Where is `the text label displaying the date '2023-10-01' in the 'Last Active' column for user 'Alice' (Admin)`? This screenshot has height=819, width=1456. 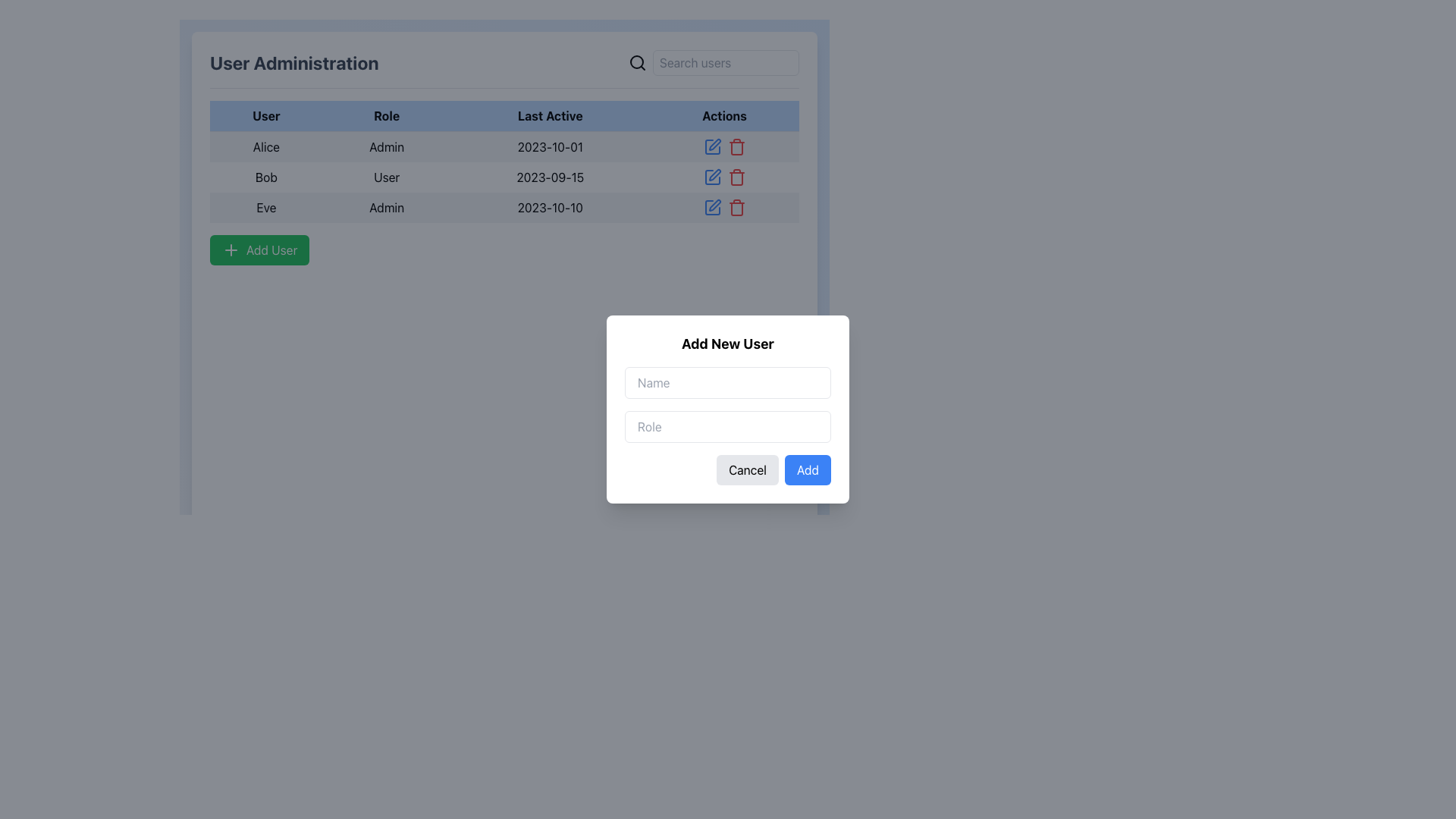
the text label displaying the date '2023-10-01' in the 'Last Active' column for user 'Alice' (Admin) is located at coordinates (549, 146).